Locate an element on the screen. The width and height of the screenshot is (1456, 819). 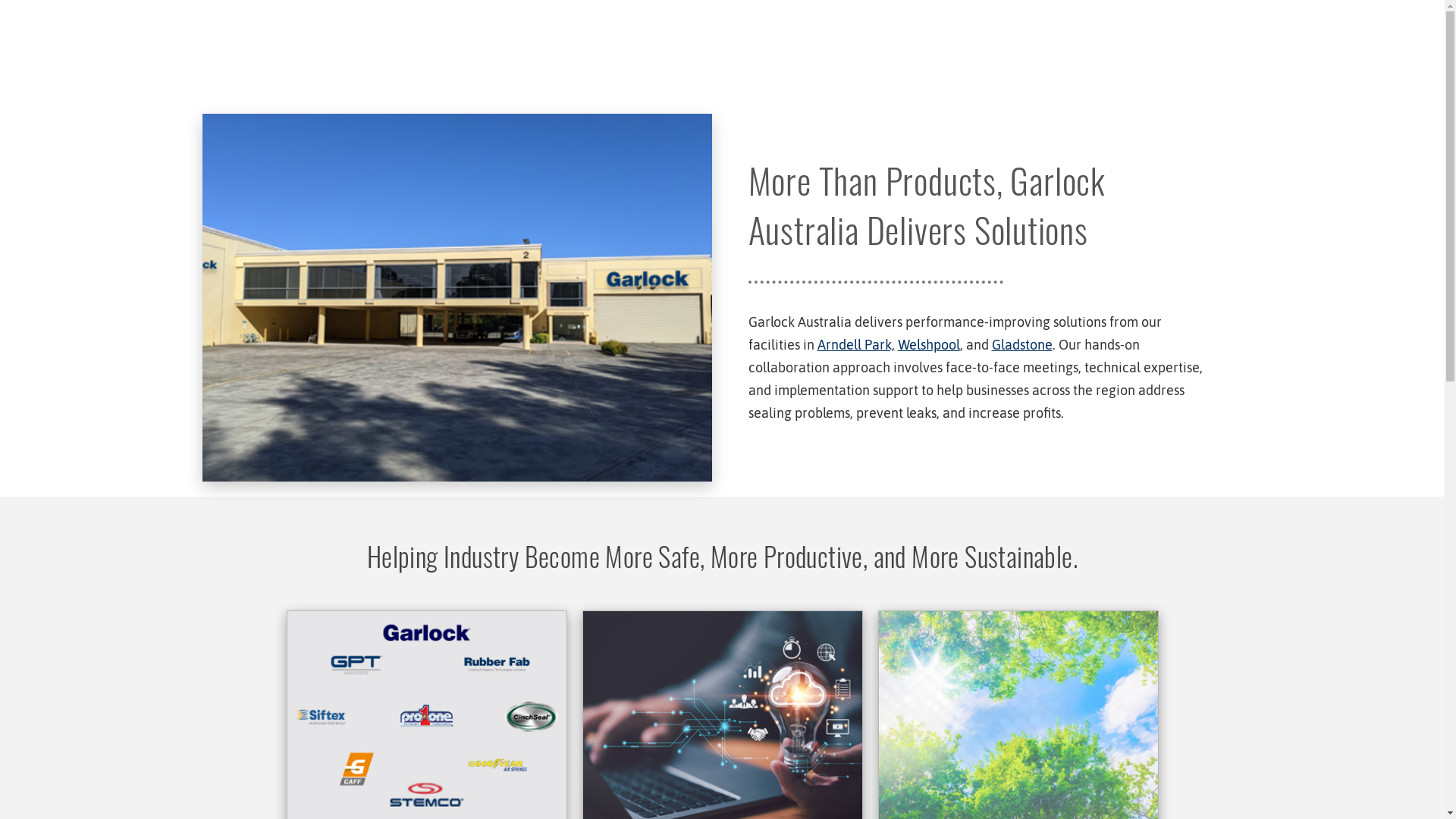
'Welshpool' is located at coordinates (898, 344).